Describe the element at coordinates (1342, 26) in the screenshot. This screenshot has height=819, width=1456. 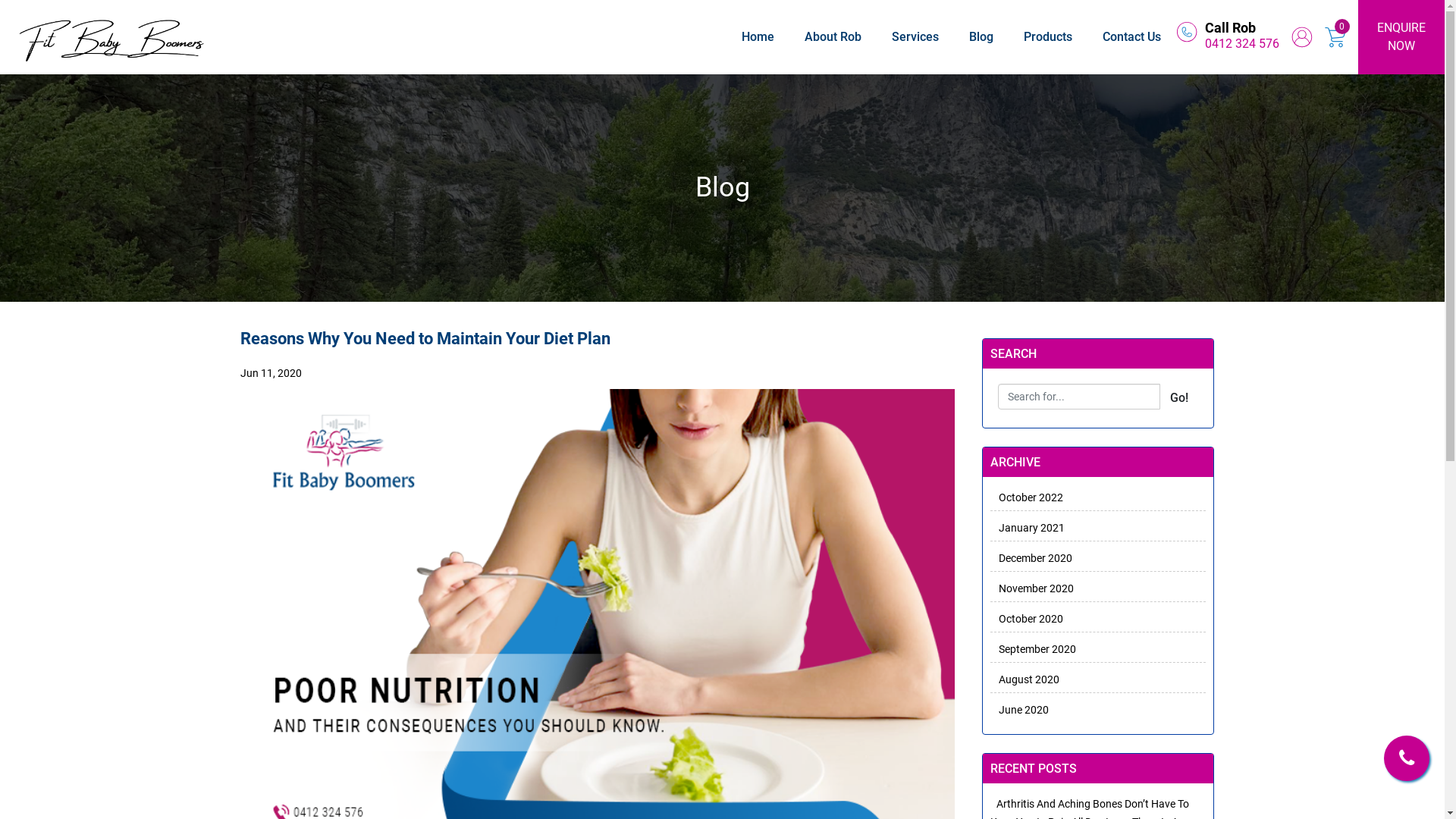
I see `'0'` at that location.